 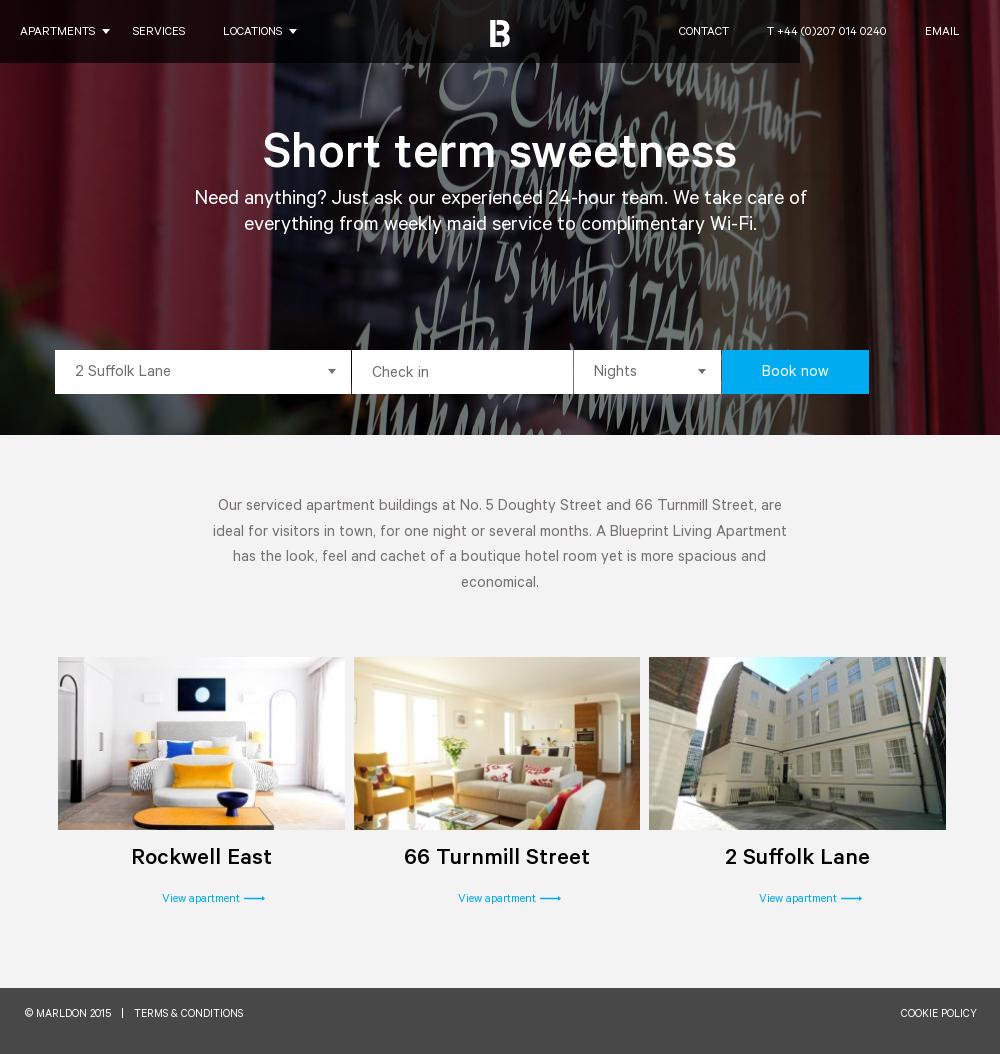 I want to click on 'SERVICES', so click(x=133, y=33).